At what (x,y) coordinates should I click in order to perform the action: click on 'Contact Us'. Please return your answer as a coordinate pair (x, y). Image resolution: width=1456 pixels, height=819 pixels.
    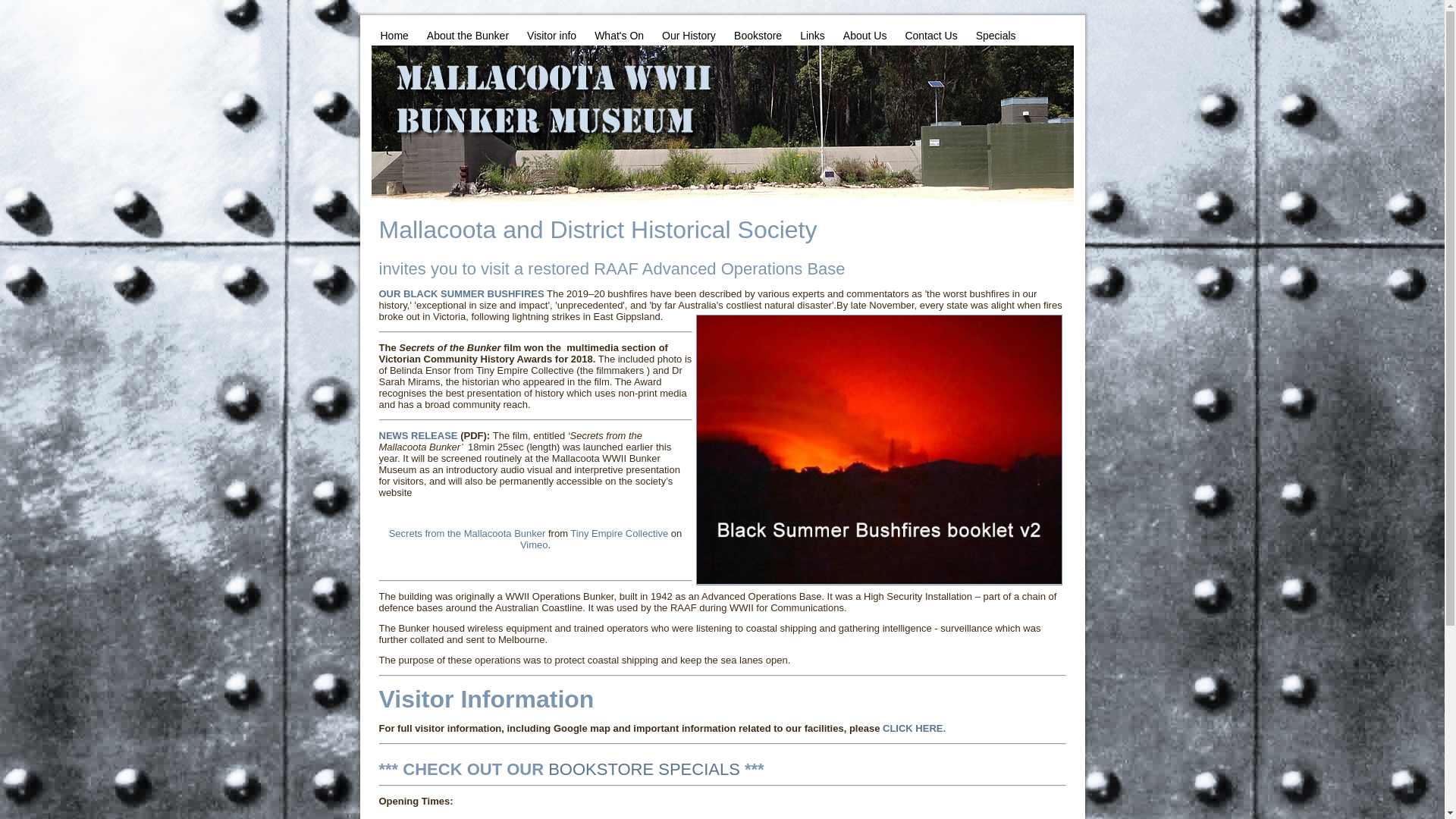
    Looking at the image, I should click on (930, 35).